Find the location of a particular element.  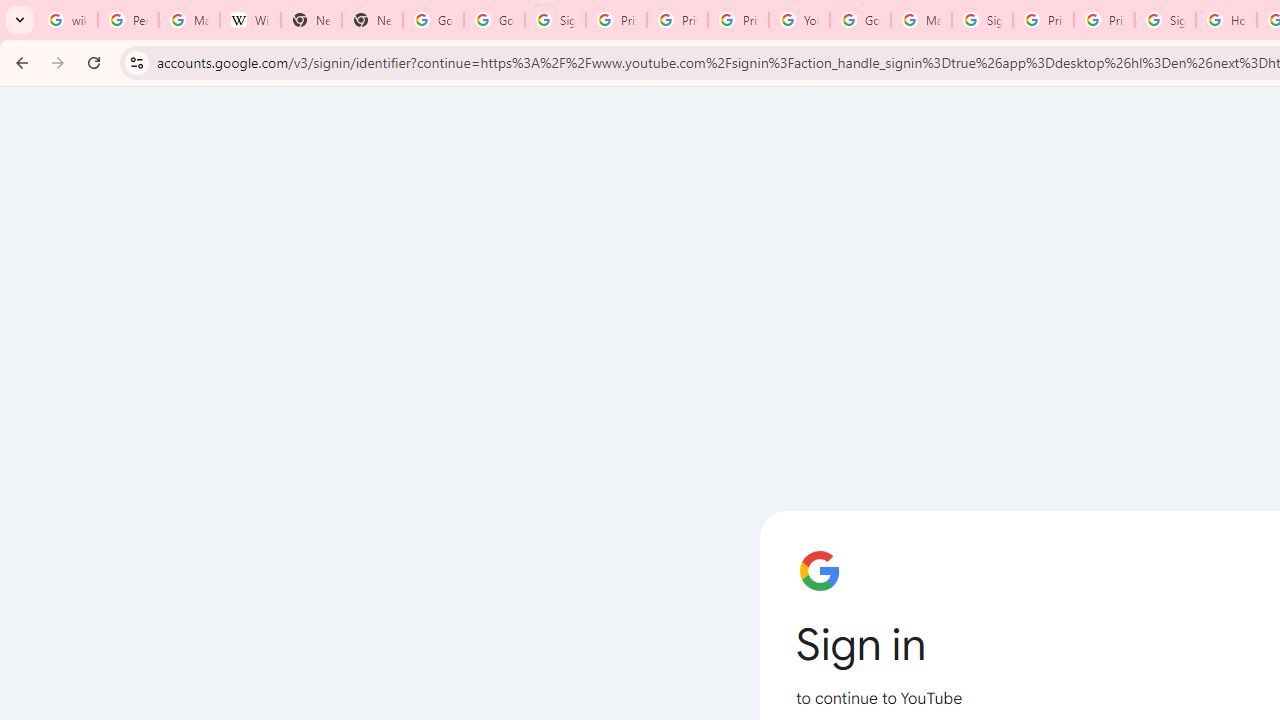

'Wikipedia:Edit requests - Wikipedia' is located at coordinates (249, 20).